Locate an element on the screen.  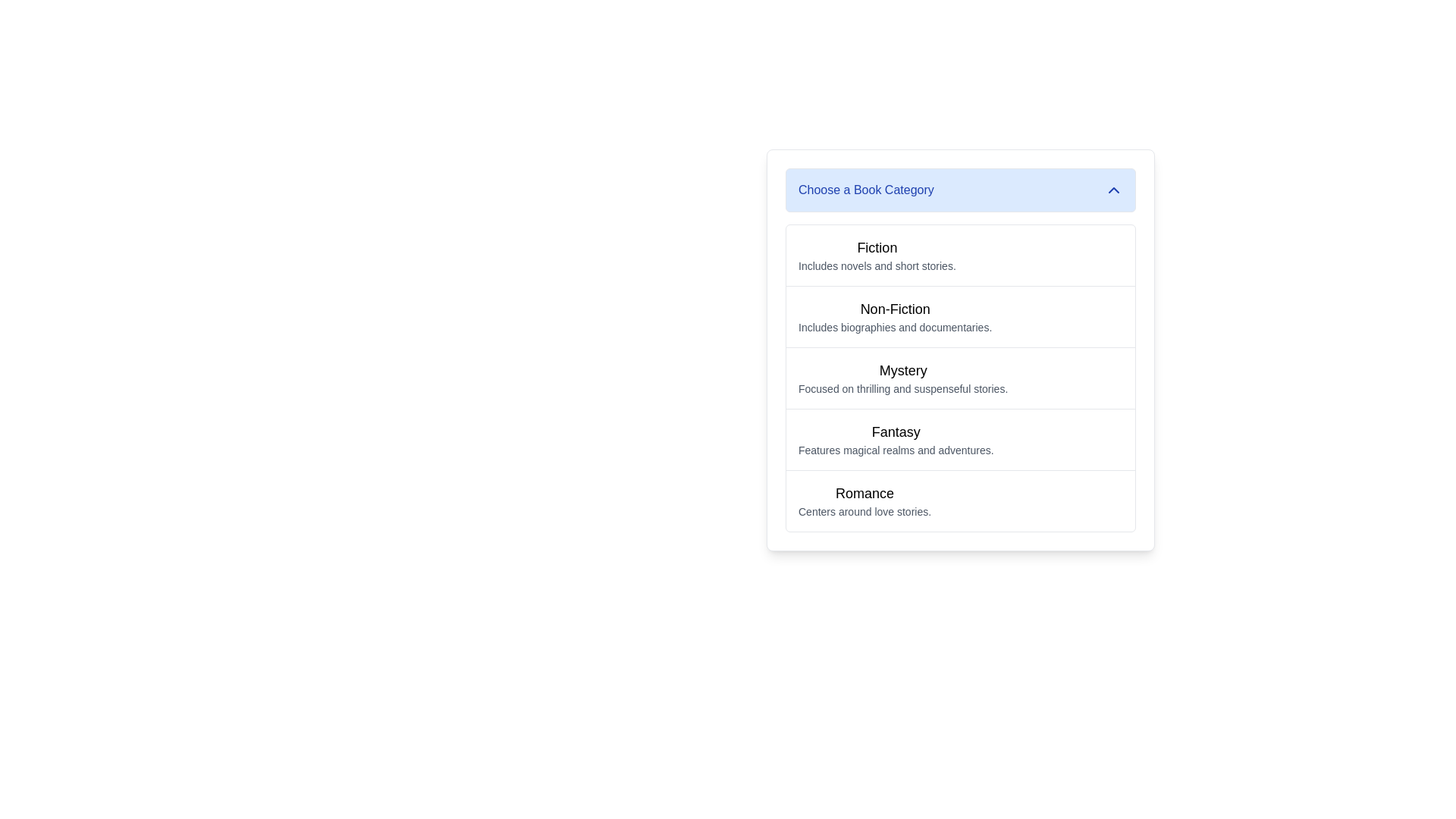
text providing a brief description of the 'Mystery' category located below the 'Mystery' heading in the 'Choose a Book Category' list is located at coordinates (903, 388).